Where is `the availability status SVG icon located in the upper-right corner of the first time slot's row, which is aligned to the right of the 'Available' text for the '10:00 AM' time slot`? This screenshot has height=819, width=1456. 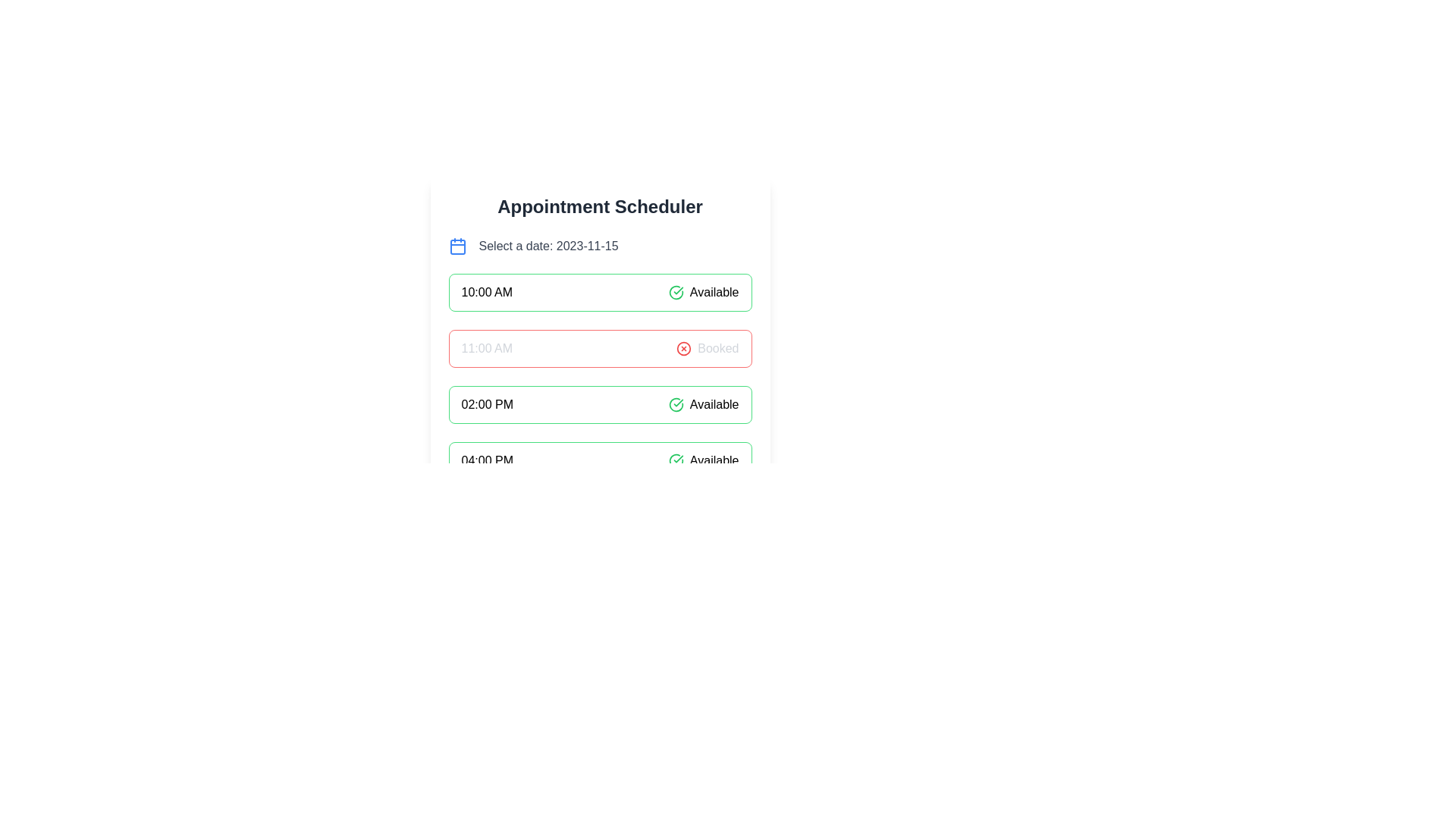 the availability status SVG icon located in the upper-right corner of the first time slot's row, which is aligned to the right of the 'Available' text for the '10:00 AM' time slot is located at coordinates (675, 460).